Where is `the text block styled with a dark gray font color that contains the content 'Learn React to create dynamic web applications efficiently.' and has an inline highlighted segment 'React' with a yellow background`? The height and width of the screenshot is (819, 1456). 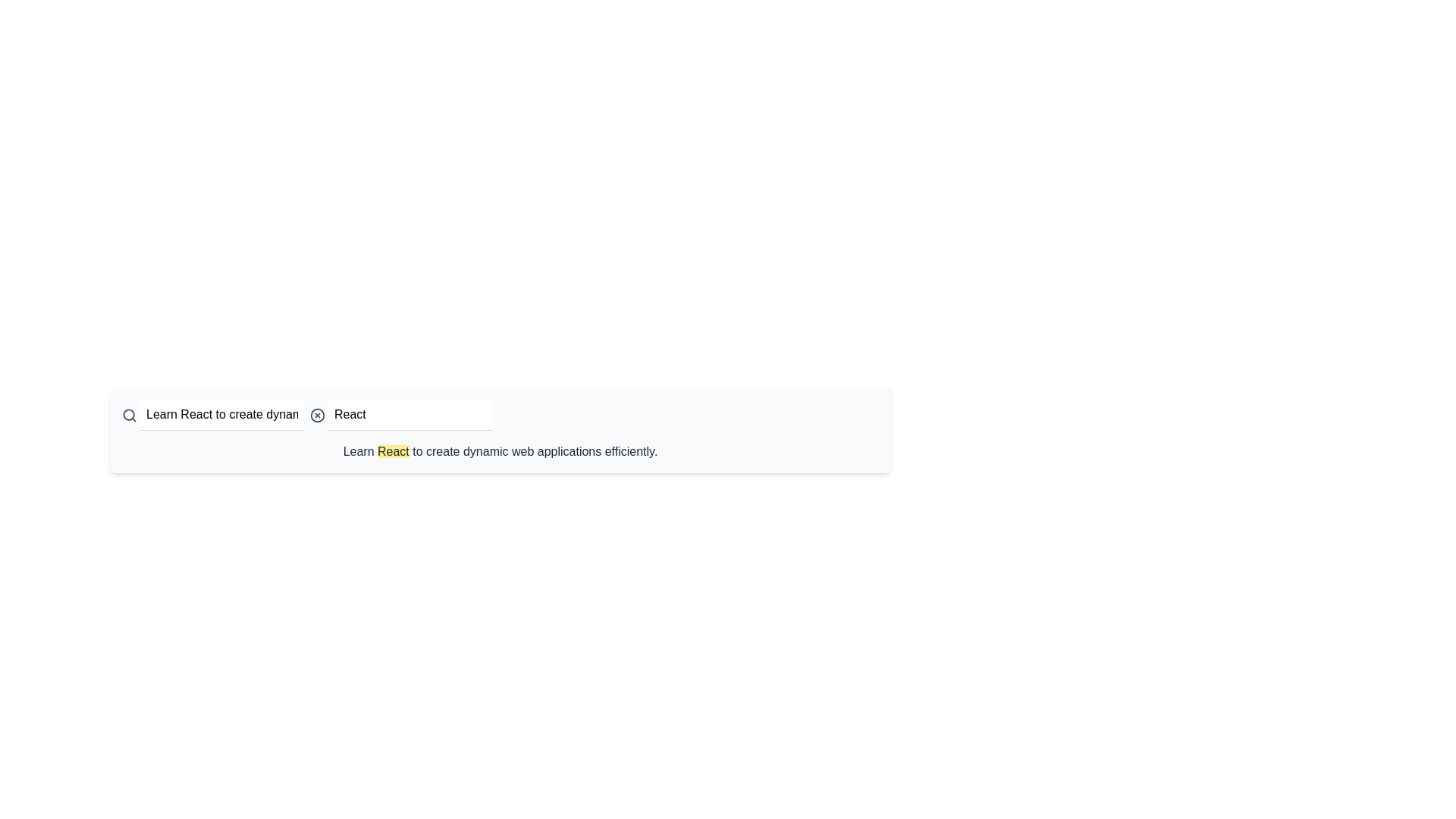 the text block styled with a dark gray font color that contains the content 'Learn React to create dynamic web applications efficiently.' and has an inline highlighted segment 'React' with a yellow background is located at coordinates (500, 451).